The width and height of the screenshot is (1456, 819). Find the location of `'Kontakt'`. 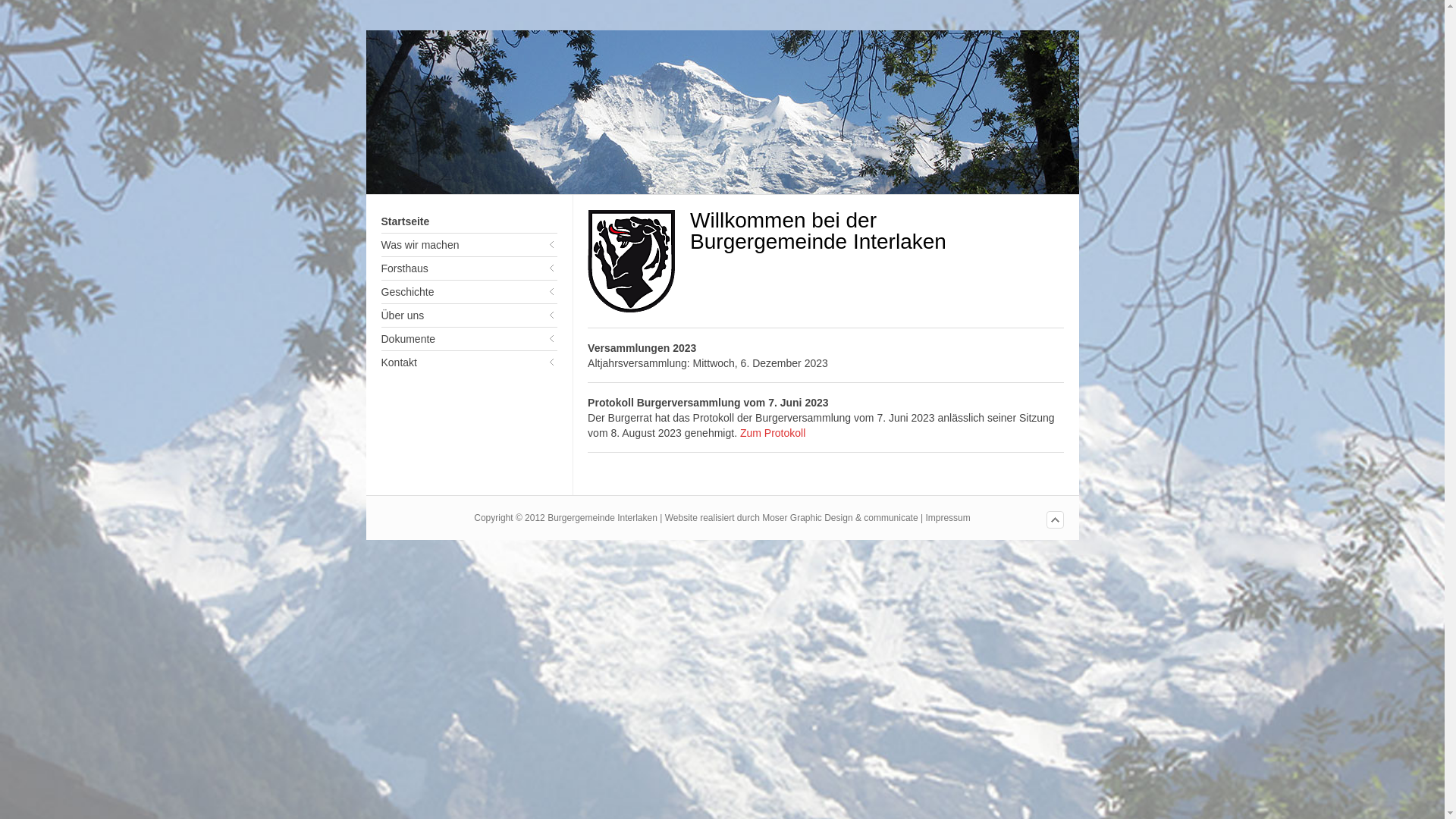

'Kontakt' is located at coordinates (468, 362).